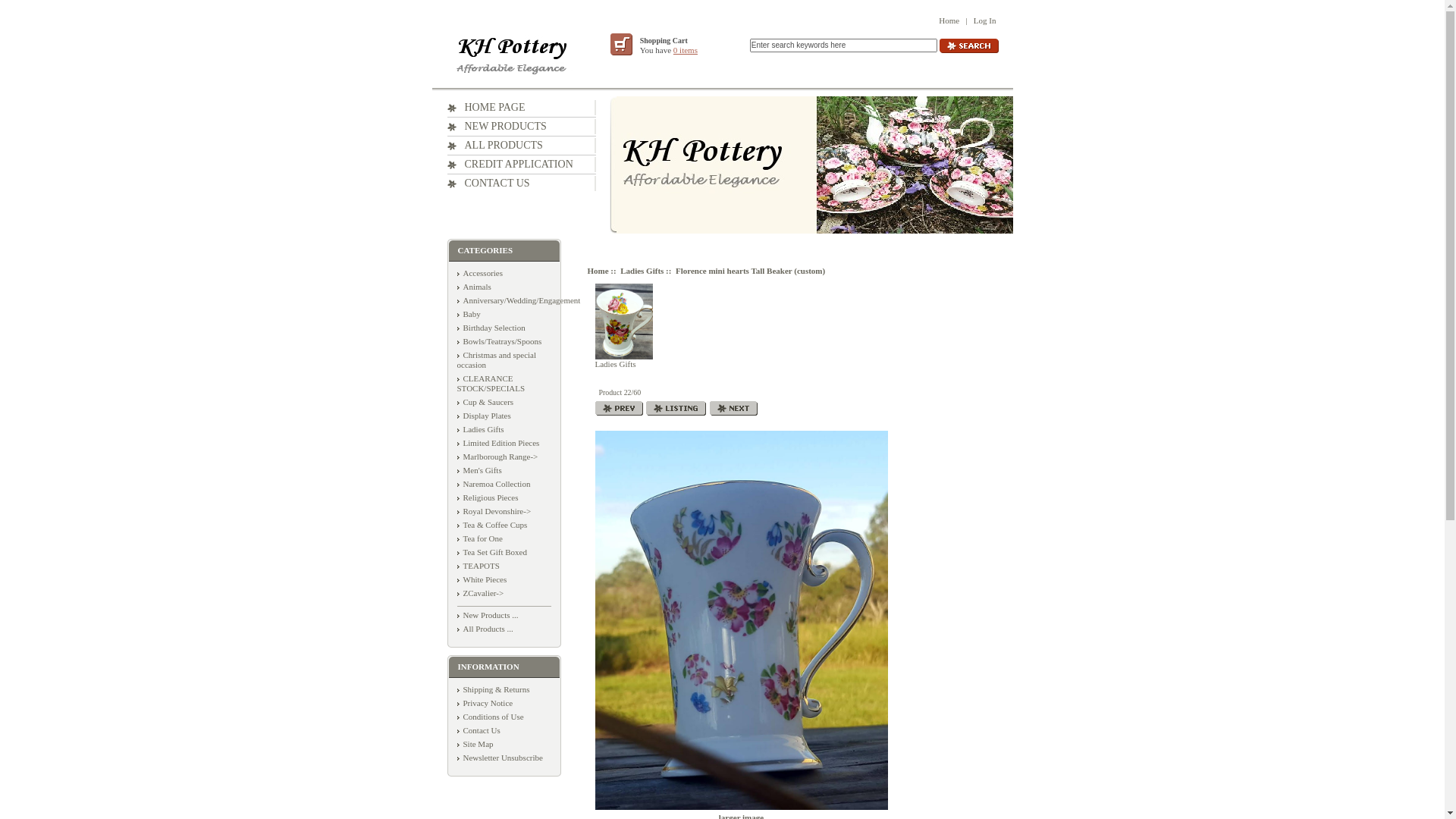 The image size is (1456, 819). I want to click on 'Baby', so click(467, 312).